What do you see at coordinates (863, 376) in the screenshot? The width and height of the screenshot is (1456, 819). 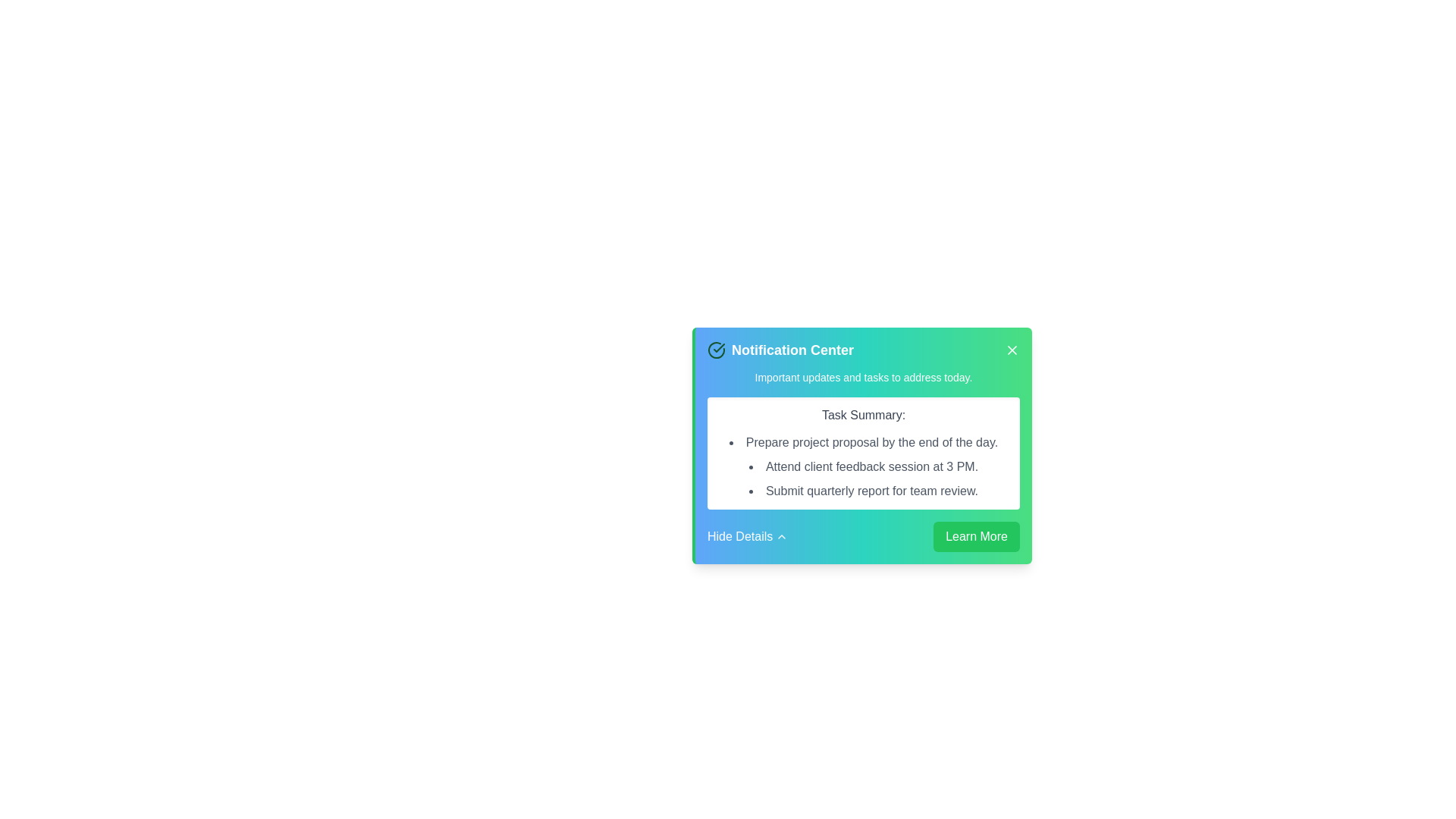 I see `the text block styled with a small font size and white color that contains the text 'Important updates and tasks to address today.' within the notification card` at bounding box center [863, 376].